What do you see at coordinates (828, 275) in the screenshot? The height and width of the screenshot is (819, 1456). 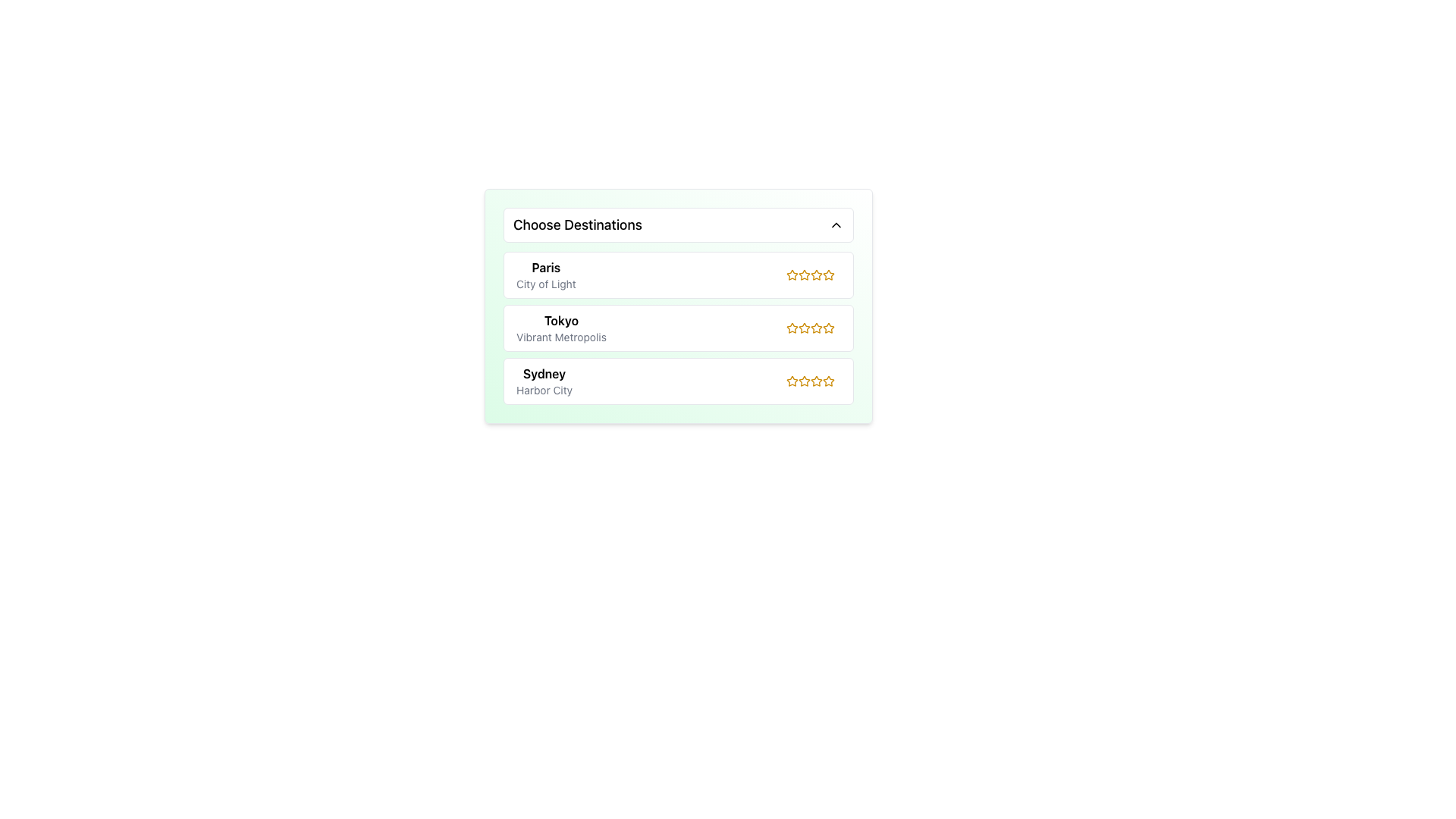 I see `the sixth star-shaped rating icon with a golden-yellow outline to rate the 'Paris' entry` at bounding box center [828, 275].